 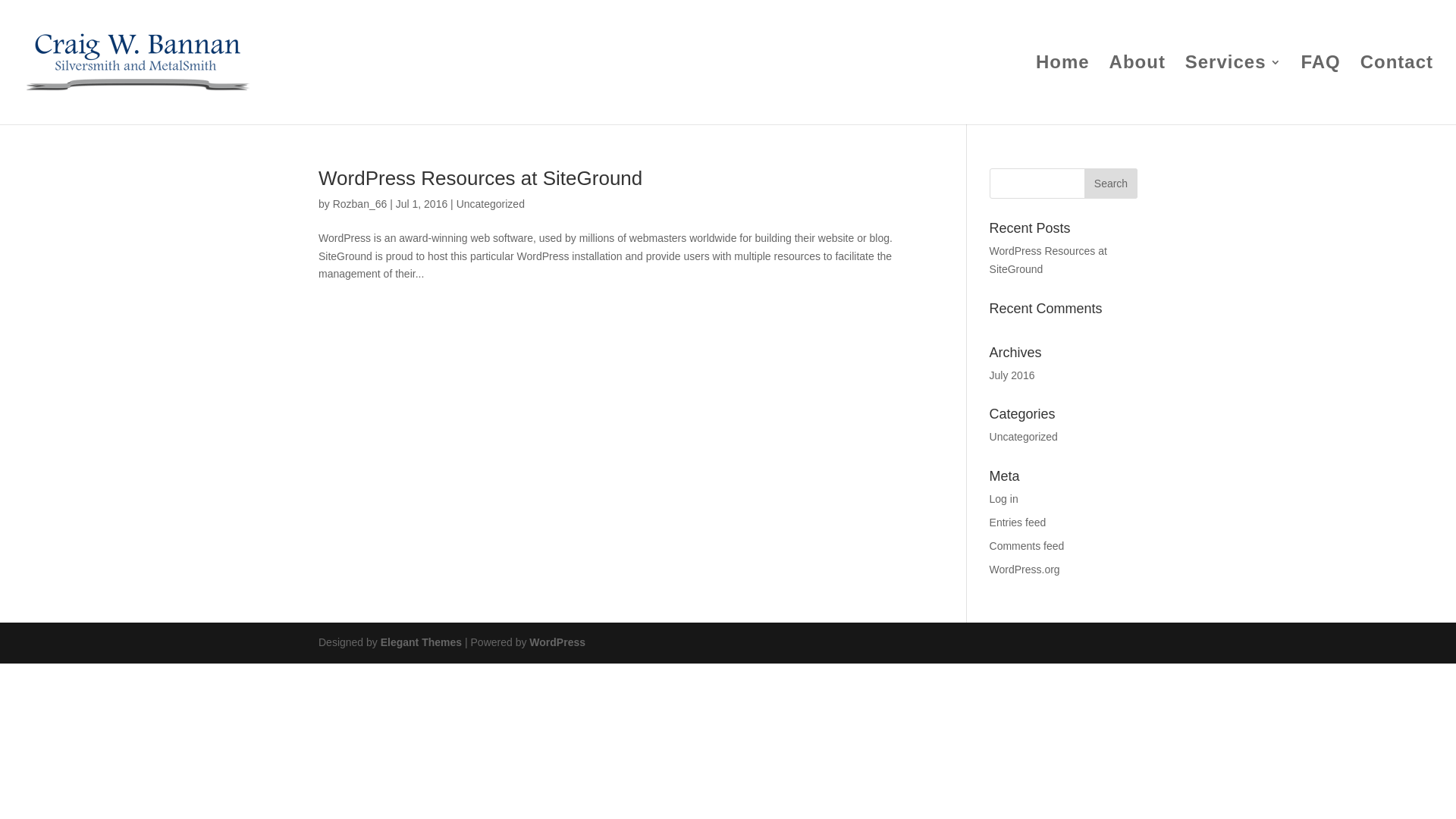 What do you see at coordinates (990, 436) in the screenshot?
I see `'Uncategorized'` at bounding box center [990, 436].